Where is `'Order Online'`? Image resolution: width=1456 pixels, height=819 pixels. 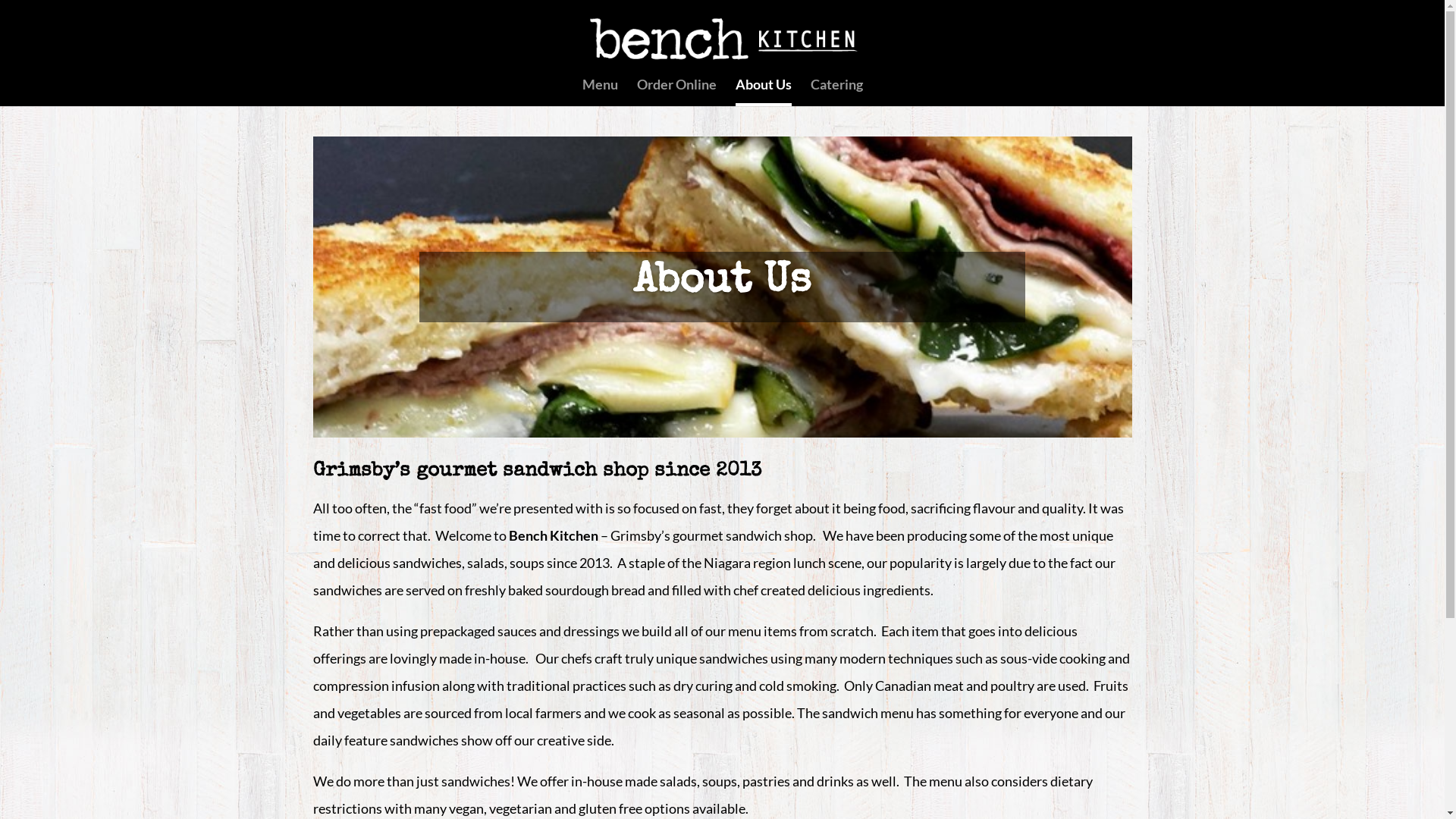 'Order Online' is located at coordinates (676, 90).